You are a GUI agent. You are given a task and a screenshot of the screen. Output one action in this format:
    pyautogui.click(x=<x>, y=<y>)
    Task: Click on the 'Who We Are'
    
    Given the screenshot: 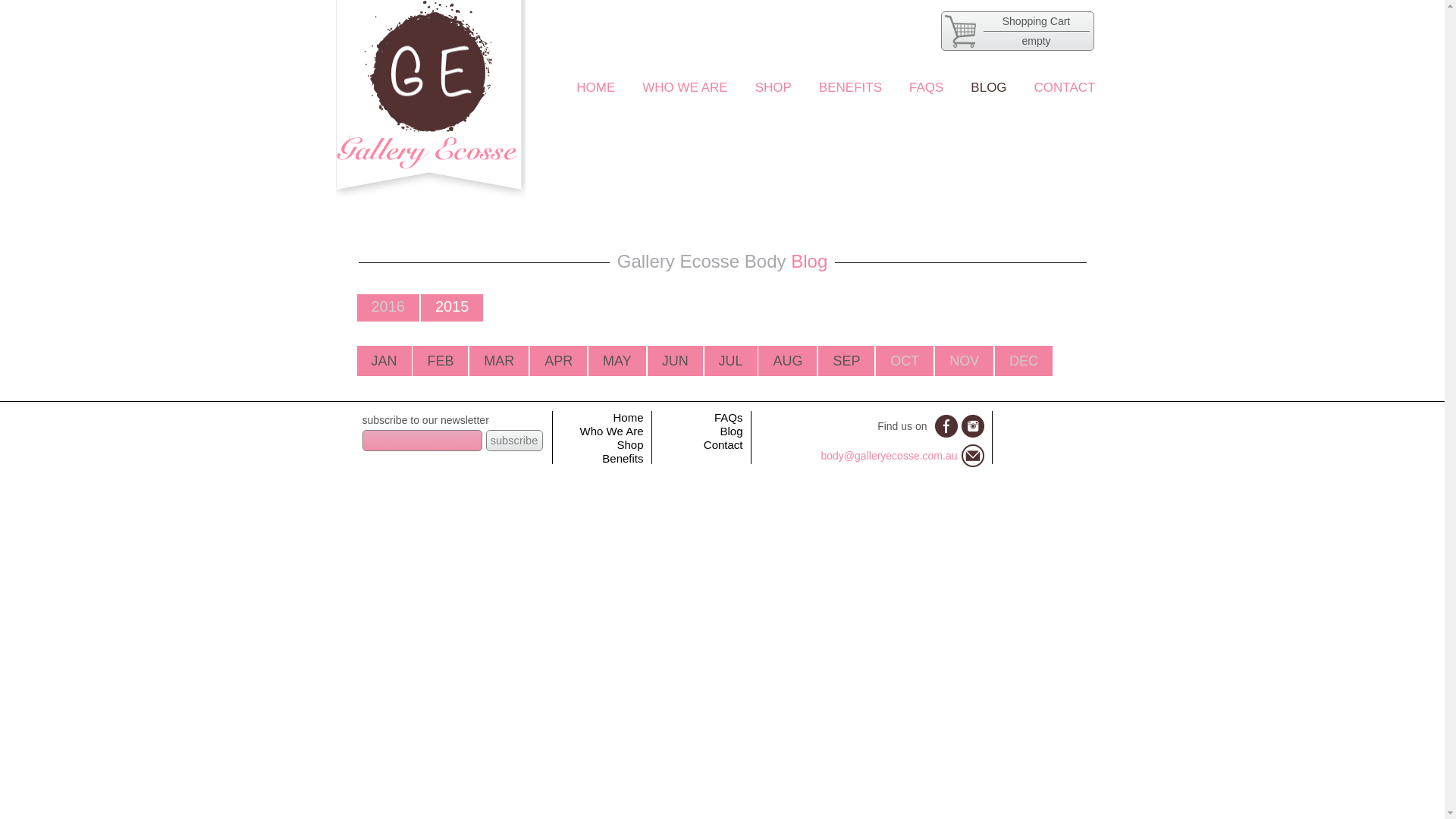 What is the action you would take?
    pyautogui.click(x=611, y=431)
    